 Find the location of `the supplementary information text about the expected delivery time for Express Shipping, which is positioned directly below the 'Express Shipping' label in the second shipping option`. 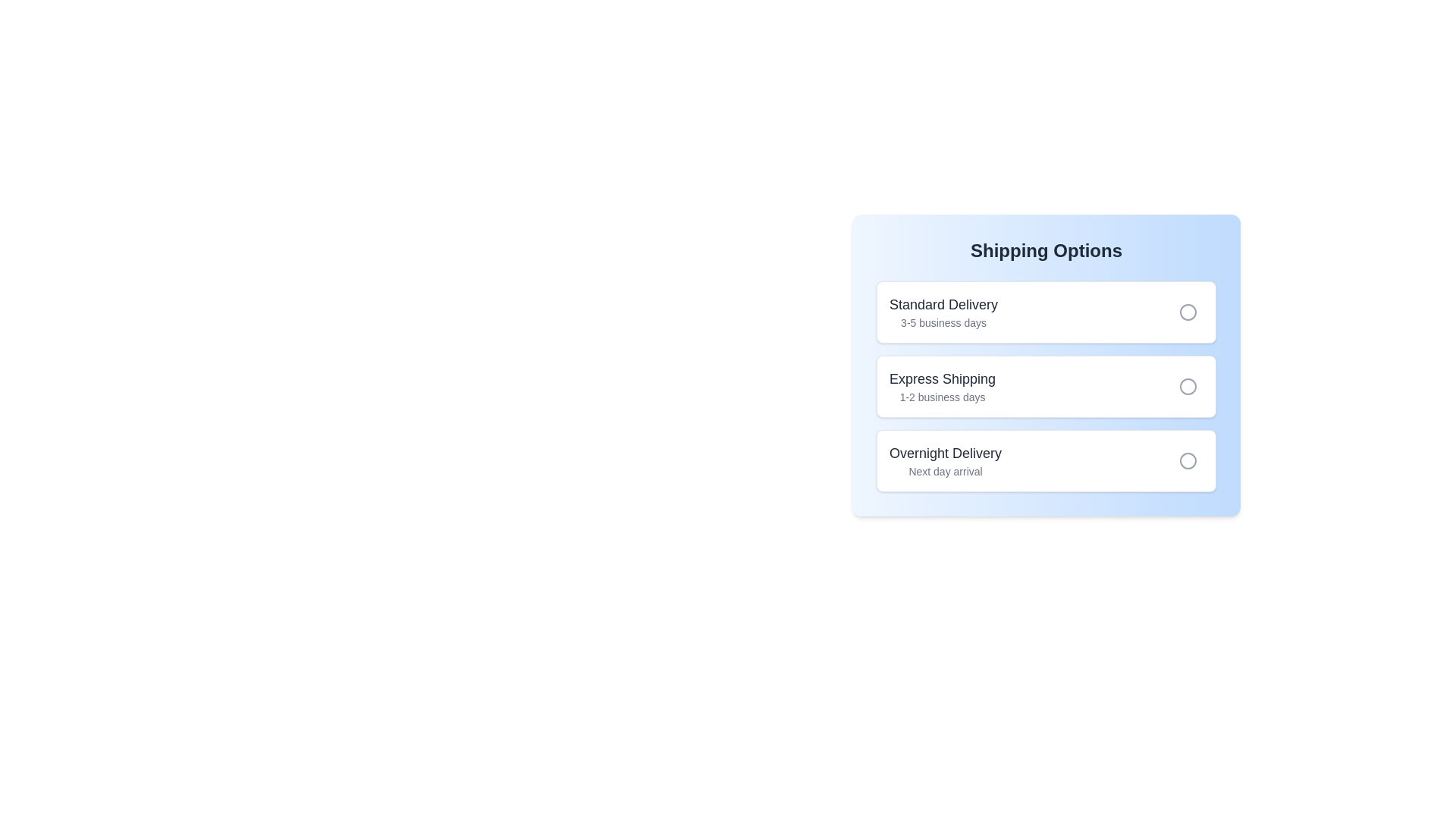

the supplementary information text about the expected delivery time for Express Shipping, which is positioned directly below the 'Express Shipping' label in the second shipping option is located at coordinates (942, 397).